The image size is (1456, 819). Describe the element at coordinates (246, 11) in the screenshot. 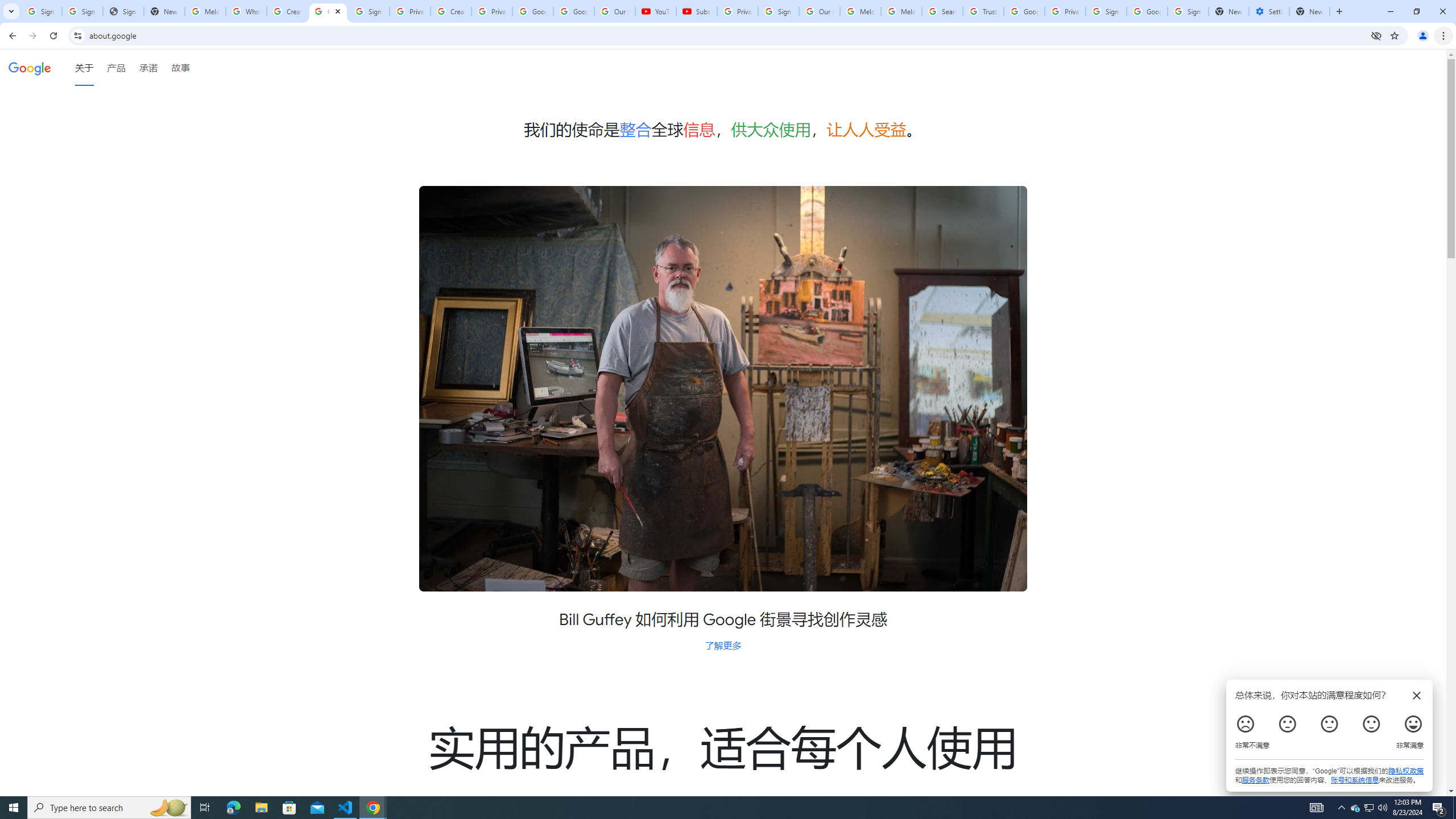

I see `'Who is my administrator? - Google Account Help'` at that location.